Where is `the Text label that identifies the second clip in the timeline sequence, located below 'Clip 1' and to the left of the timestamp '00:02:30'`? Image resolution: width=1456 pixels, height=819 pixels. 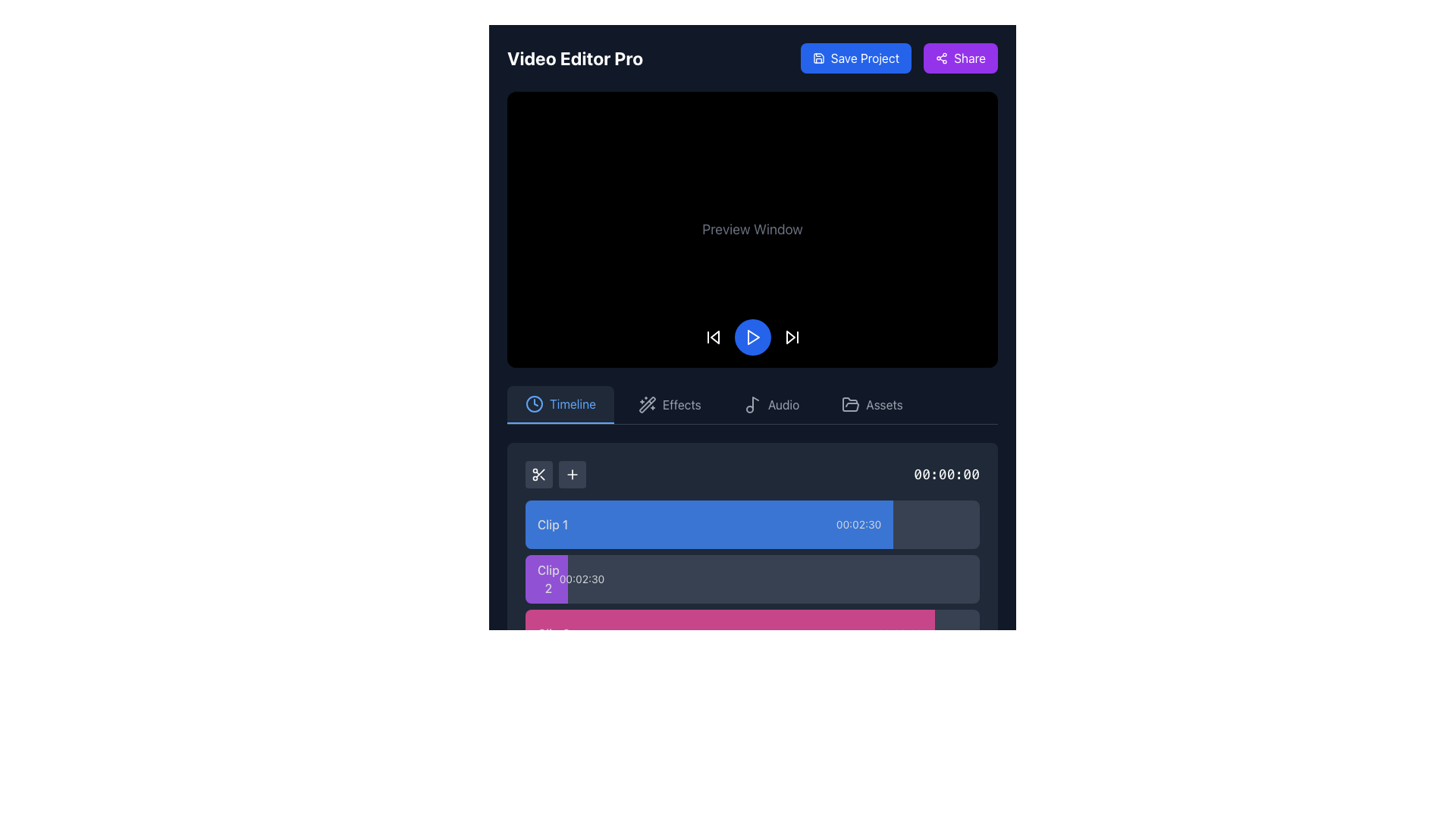 the Text label that identifies the second clip in the timeline sequence, located below 'Clip 1' and to the left of the timestamp '00:02:30' is located at coordinates (548, 579).